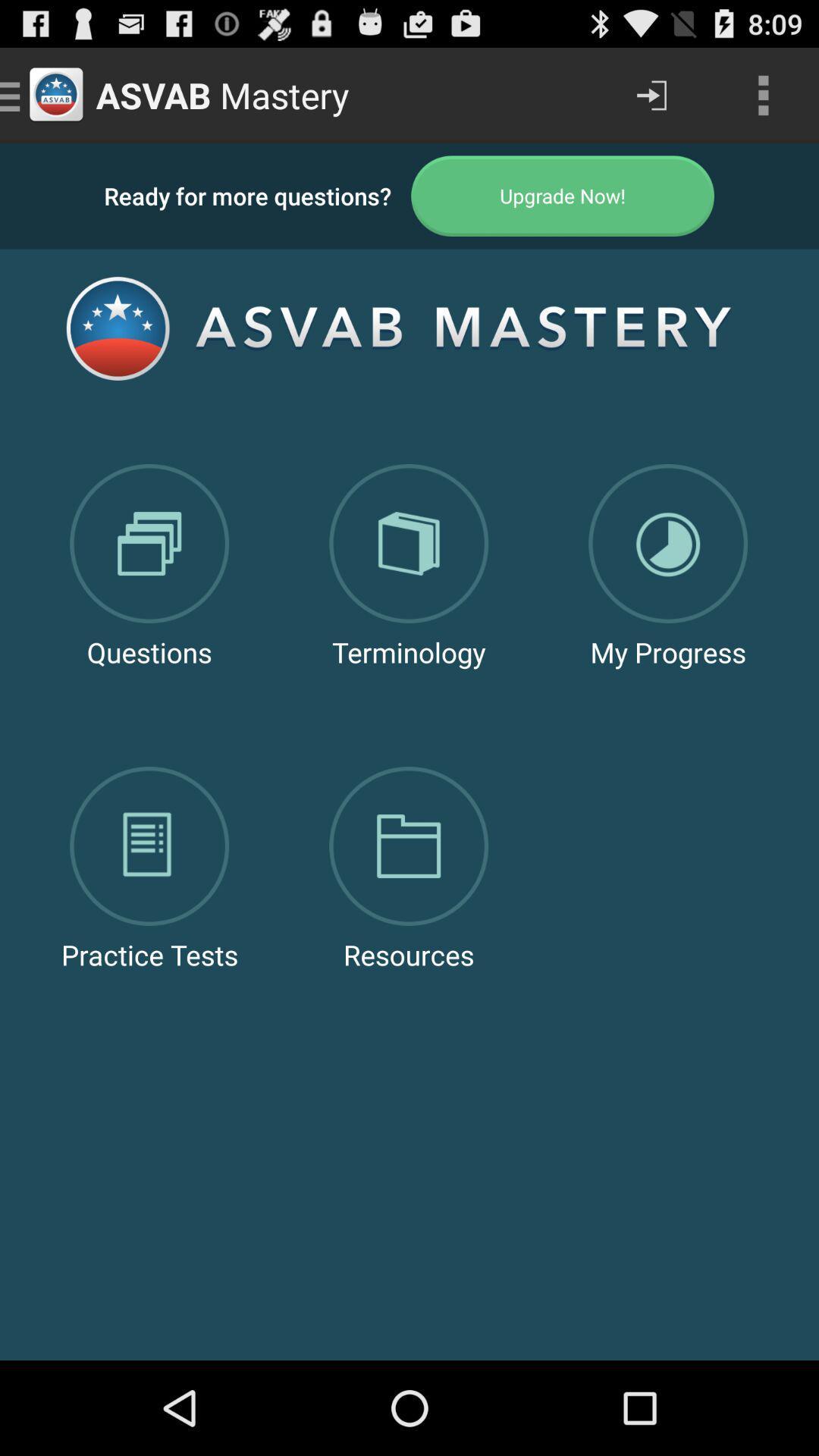 The height and width of the screenshot is (1456, 819). What do you see at coordinates (563, 195) in the screenshot?
I see `app to the right of the ready for more icon` at bounding box center [563, 195].